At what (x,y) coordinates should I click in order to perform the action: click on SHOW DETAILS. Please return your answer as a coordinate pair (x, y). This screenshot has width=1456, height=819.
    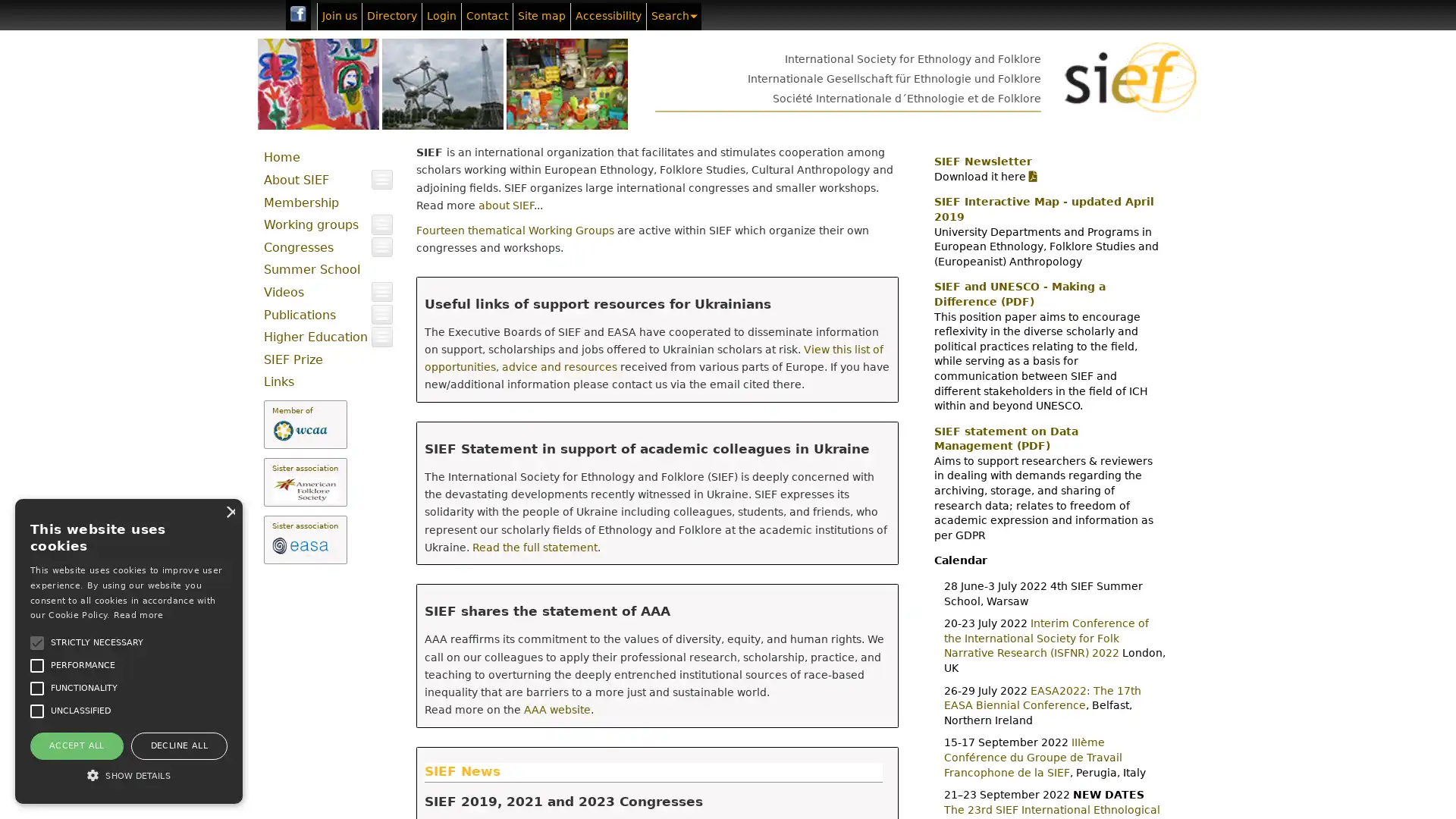
    Looking at the image, I should click on (128, 775).